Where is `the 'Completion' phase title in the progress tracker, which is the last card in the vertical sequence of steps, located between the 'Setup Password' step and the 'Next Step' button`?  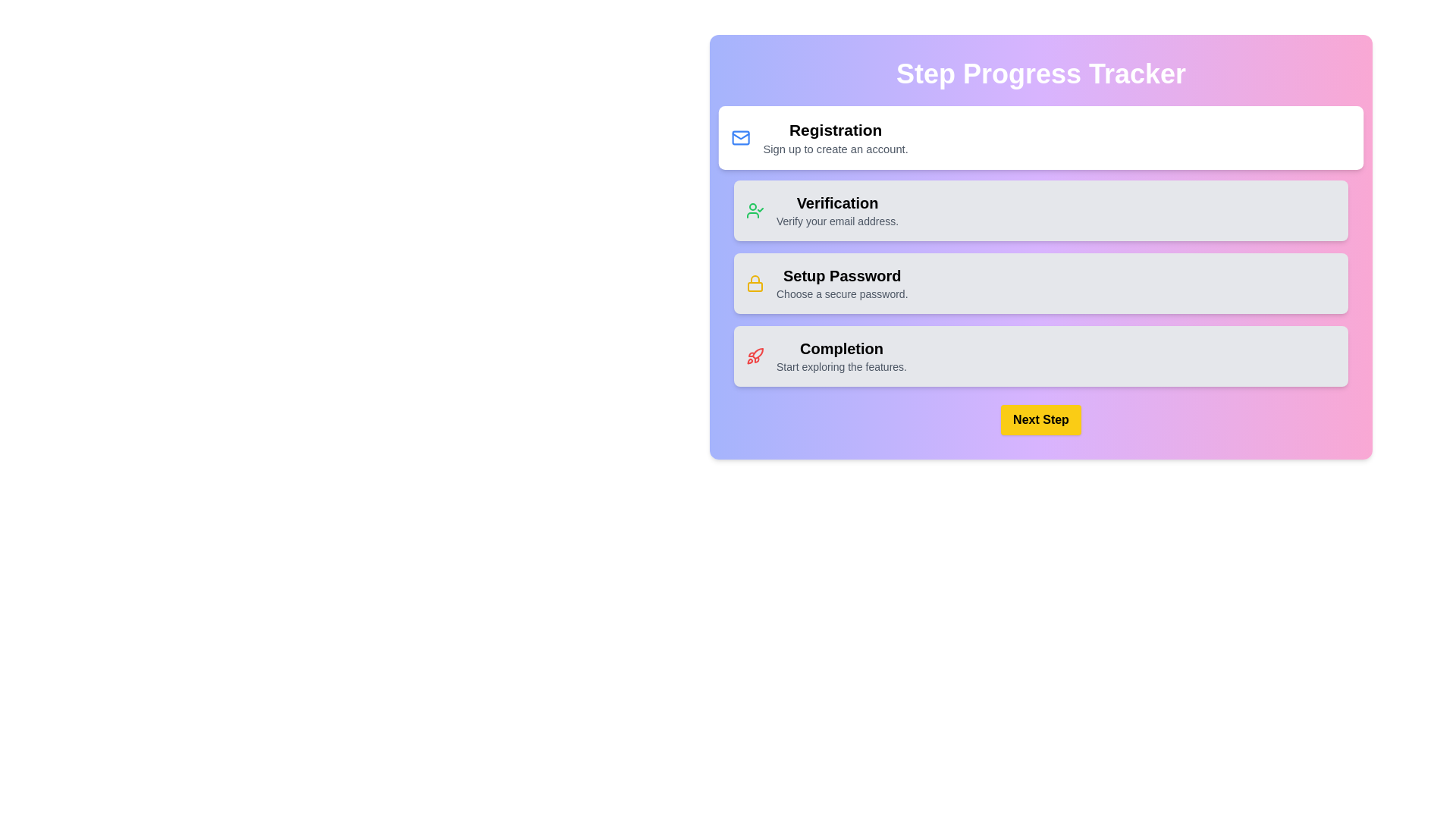
the 'Completion' phase title in the progress tracker, which is the last card in the vertical sequence of steps, located between the 'Setup Password' step and the 'Next Step' button is located at coordinates (840, 348).